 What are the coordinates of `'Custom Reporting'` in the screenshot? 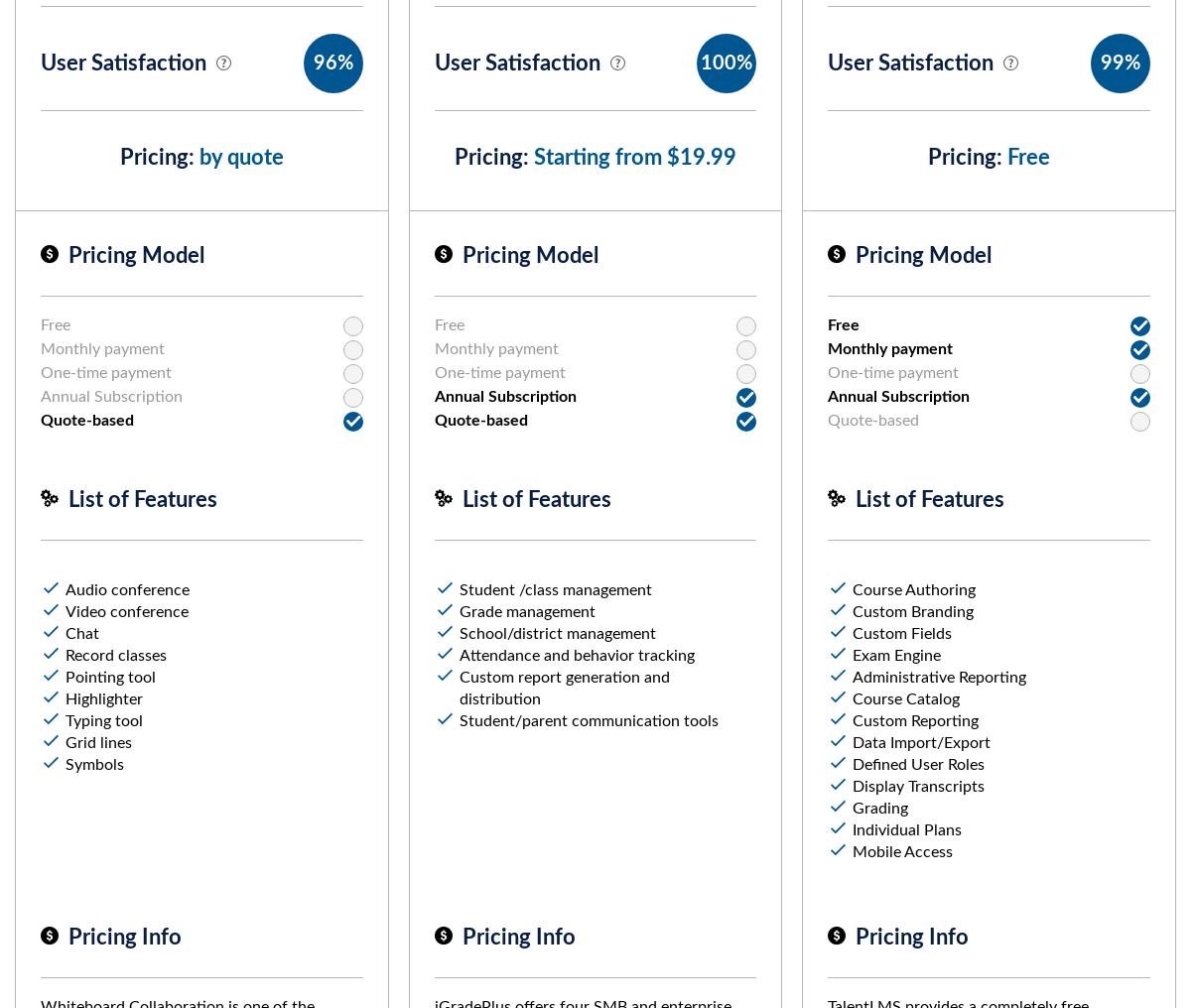 It's located at (853, 721).